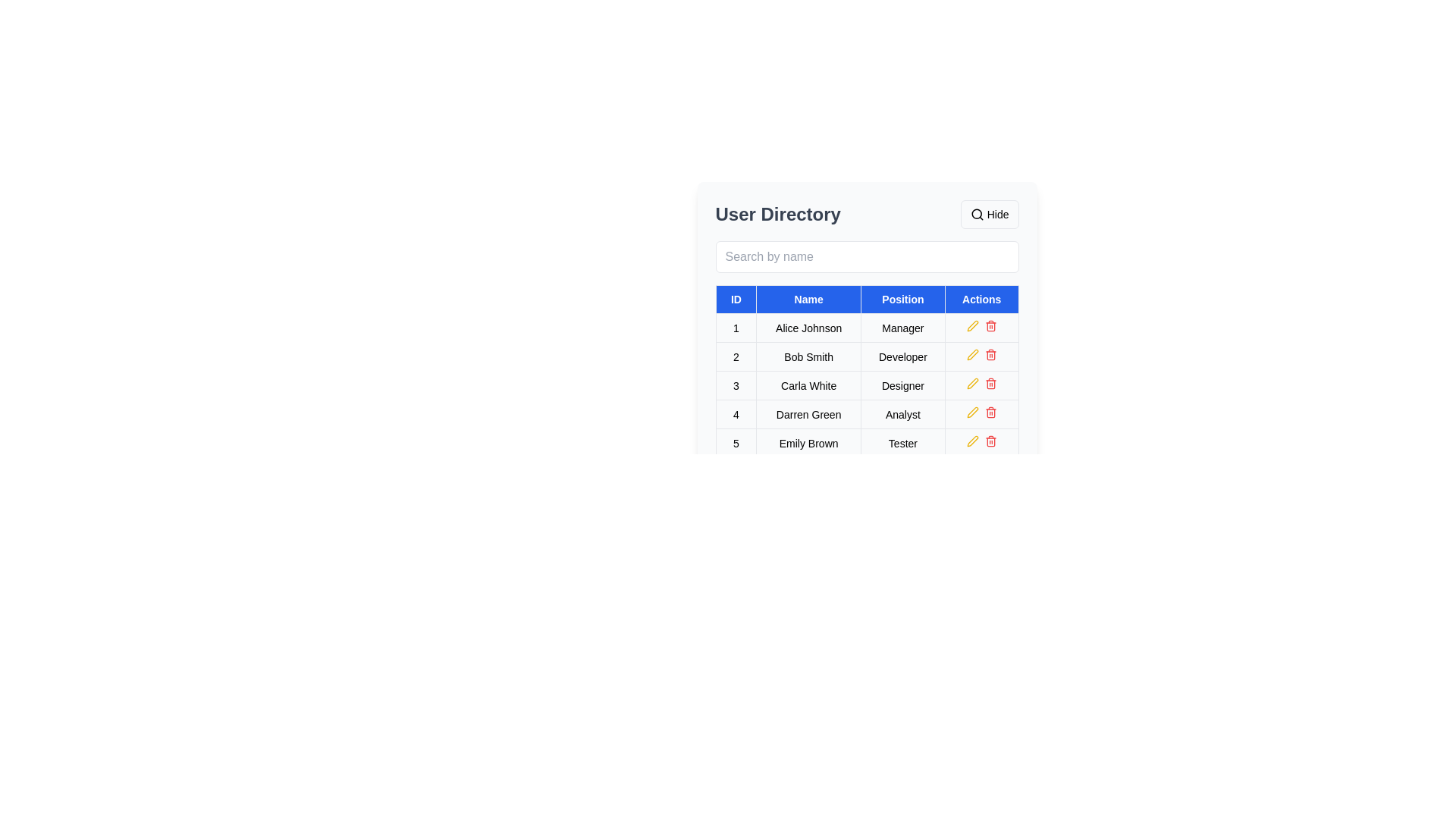 The width and height of the screenshot is (1456, 819). Describe the element at coordinates (808, 443) in the screenshot. I see `the text label displaying 'Emily Brown', which is located in the fifth row of the data table under the 'Name' column` at that location.